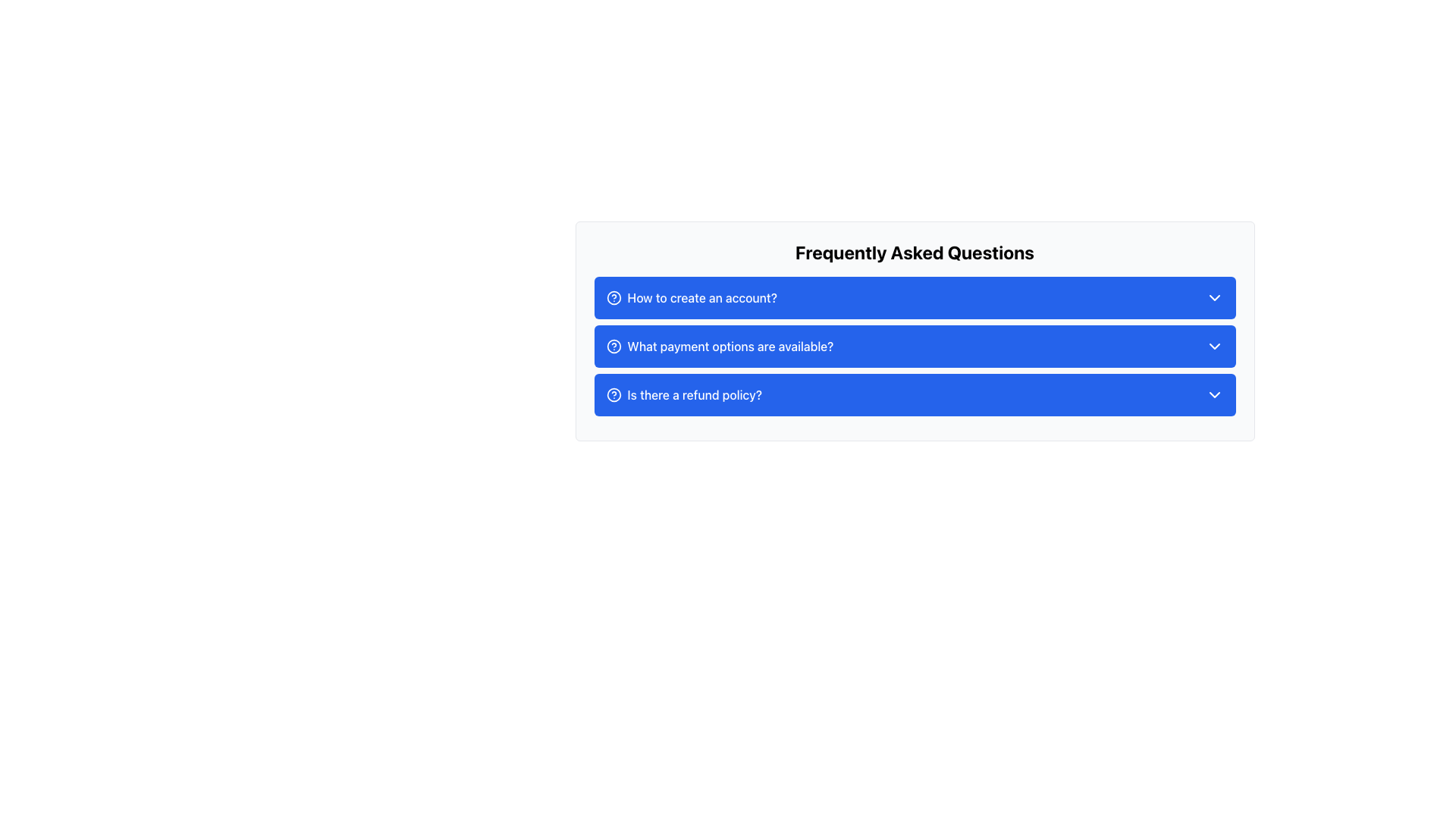 This screenshot has height=819, width=1456. Describe the element at coordinates (683, 394) in the screenshot. I see `the Interactive FAQ label that asks 'Is there a refund policy?'` at that location.